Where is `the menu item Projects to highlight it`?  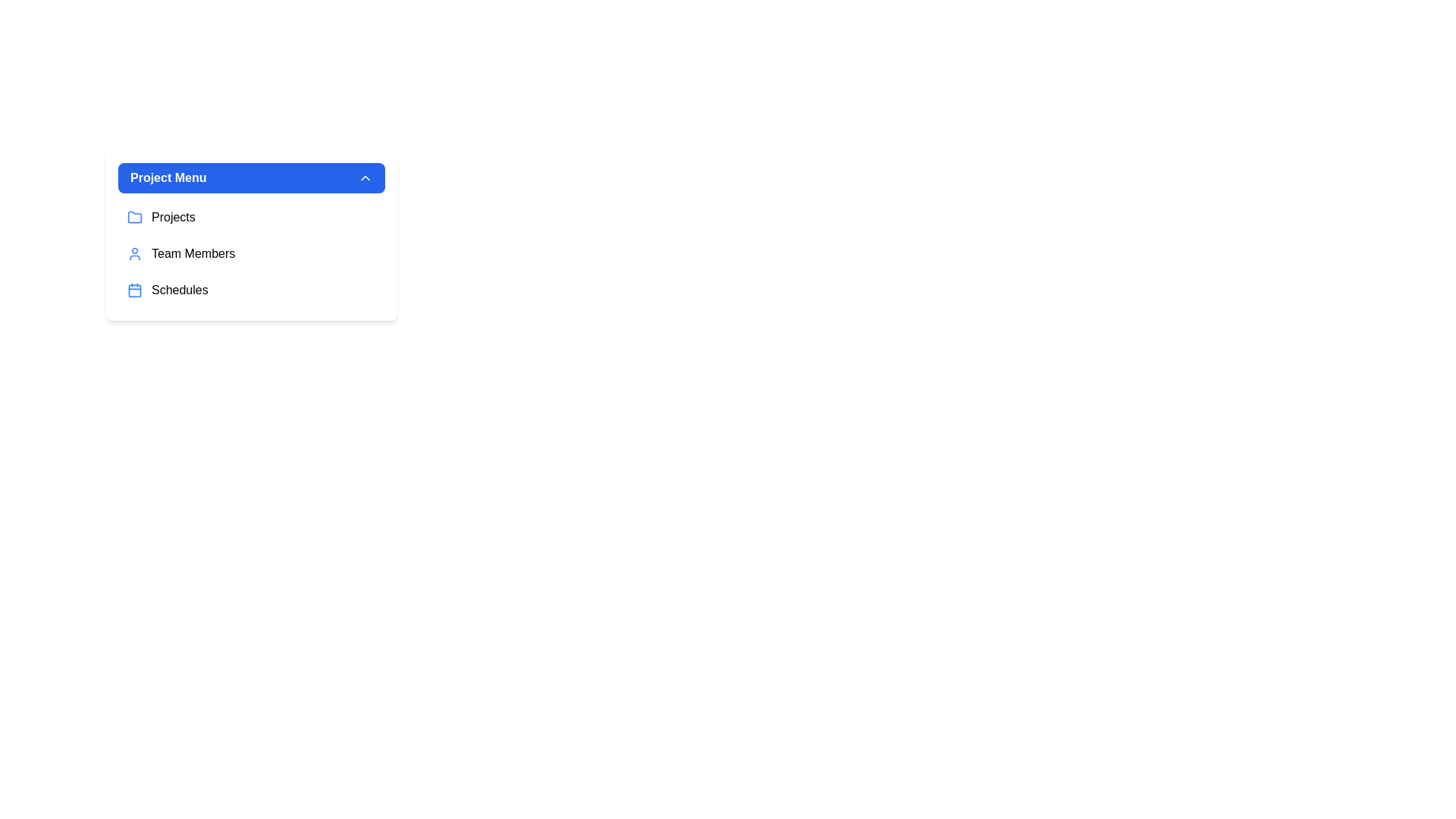 the menu item Projects to highlight it is located at coordinates (251, 217).